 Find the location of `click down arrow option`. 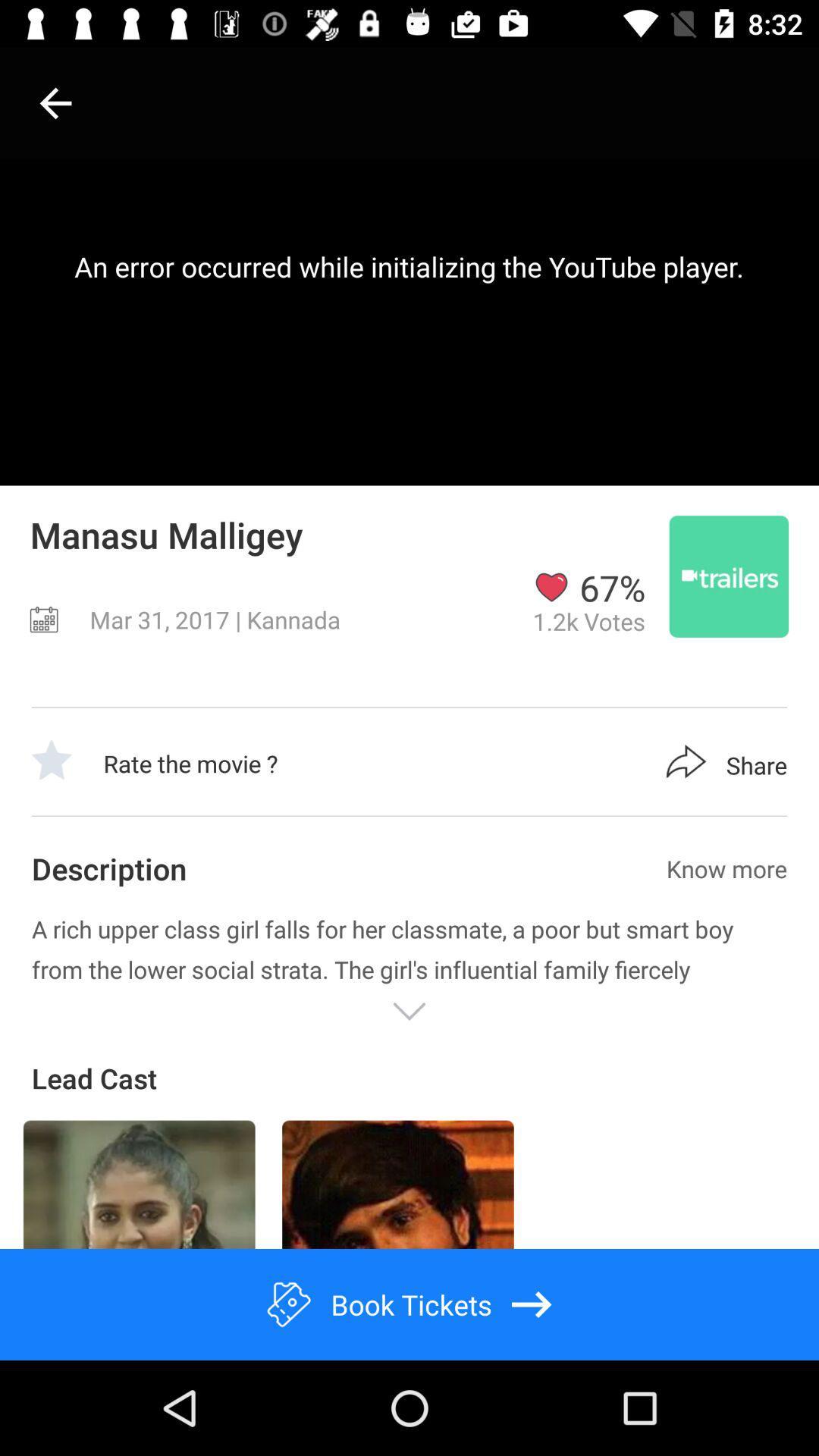

click down arrow option is located at coordinates (409, 1012).